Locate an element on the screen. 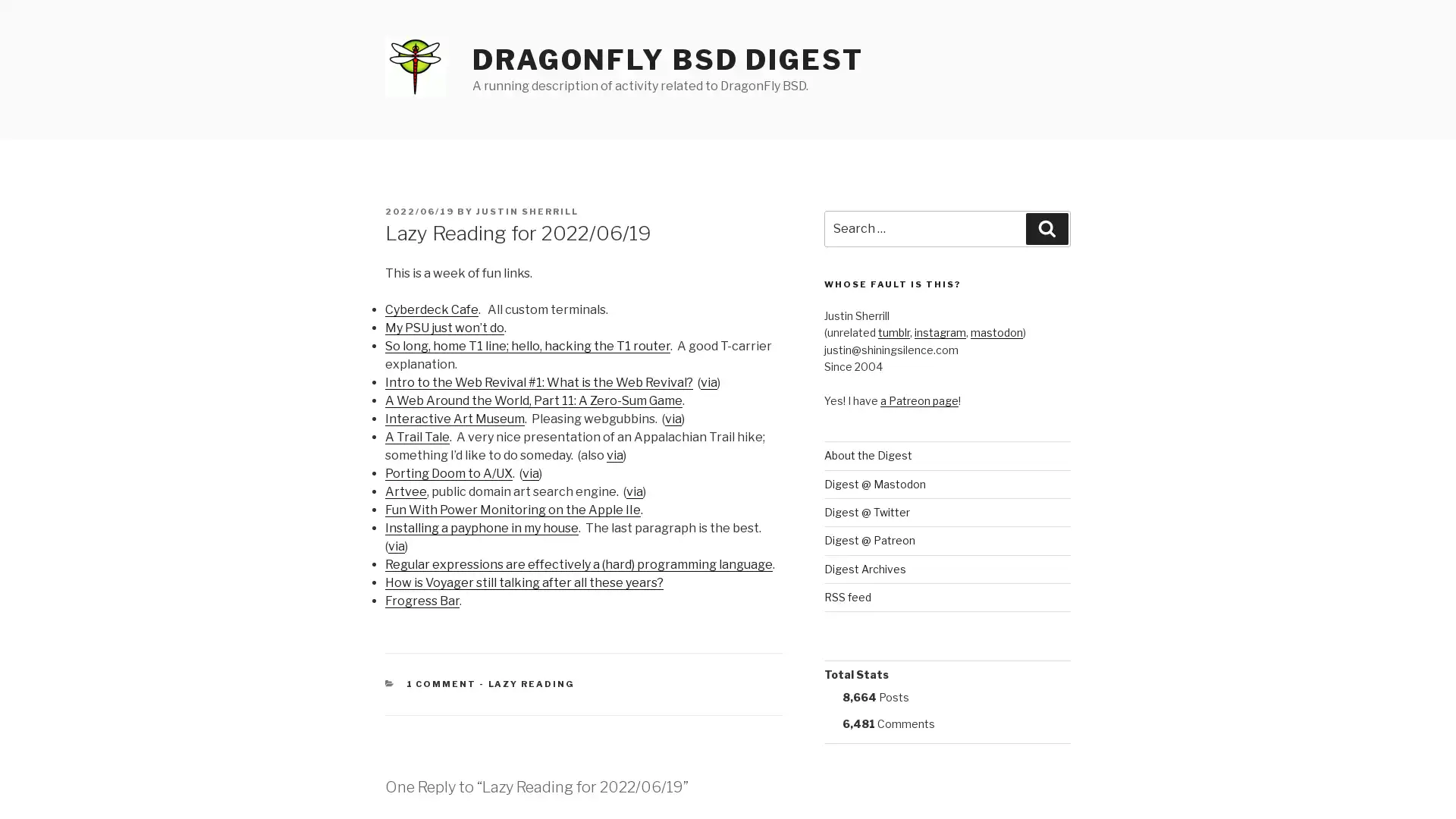  Search is located at coordinates (1046, 228).